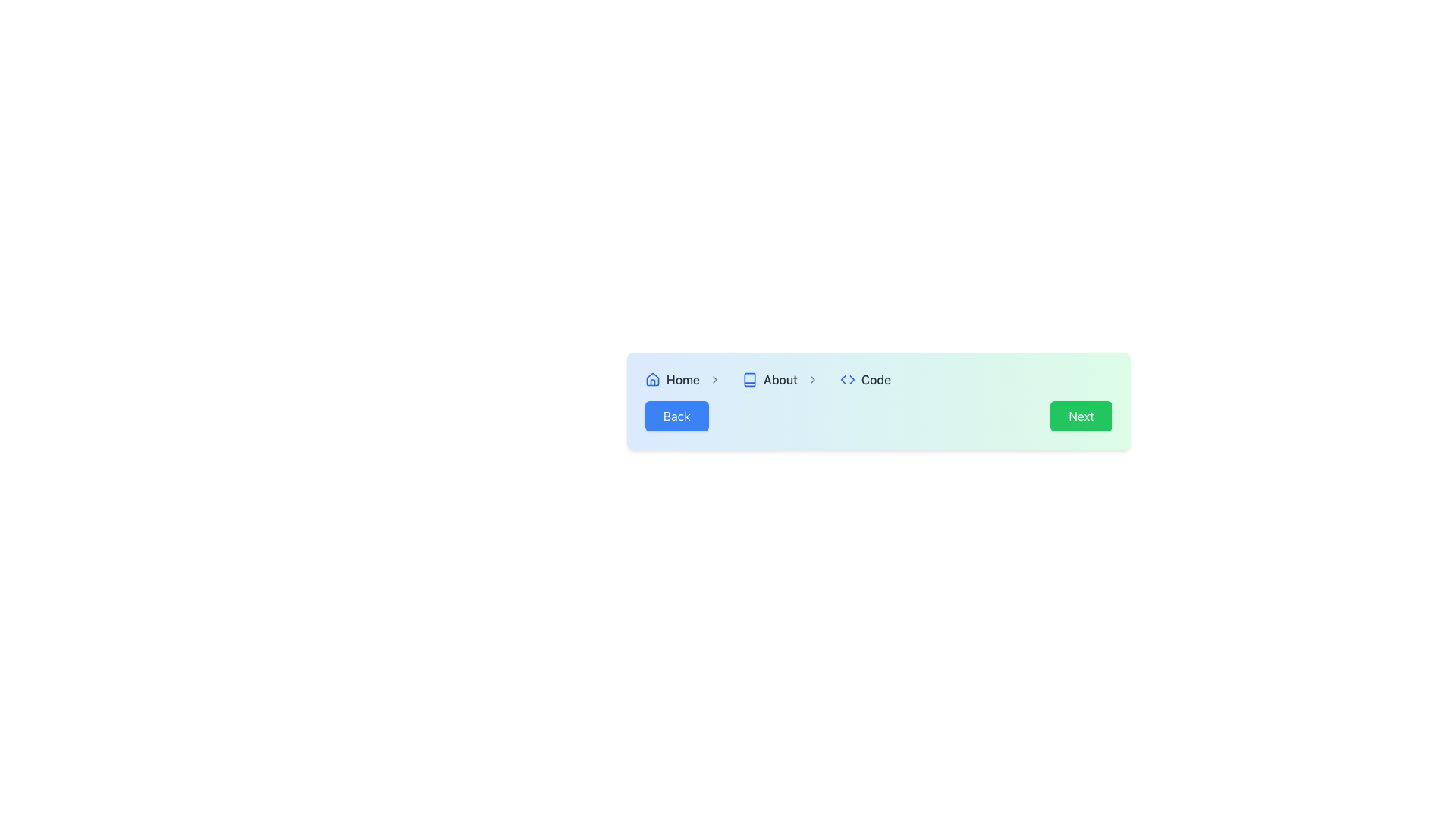 Image resolution: width=1456 pixels, height=819 pixels. What do you see at coordinates (714, 379) in the screenshot?
I see `the chevron right arrow icon in the breadcrumb navigation bar, which is styled as an SVG graphic and located next to the 'Home' text` at bounding box center [714, 379].